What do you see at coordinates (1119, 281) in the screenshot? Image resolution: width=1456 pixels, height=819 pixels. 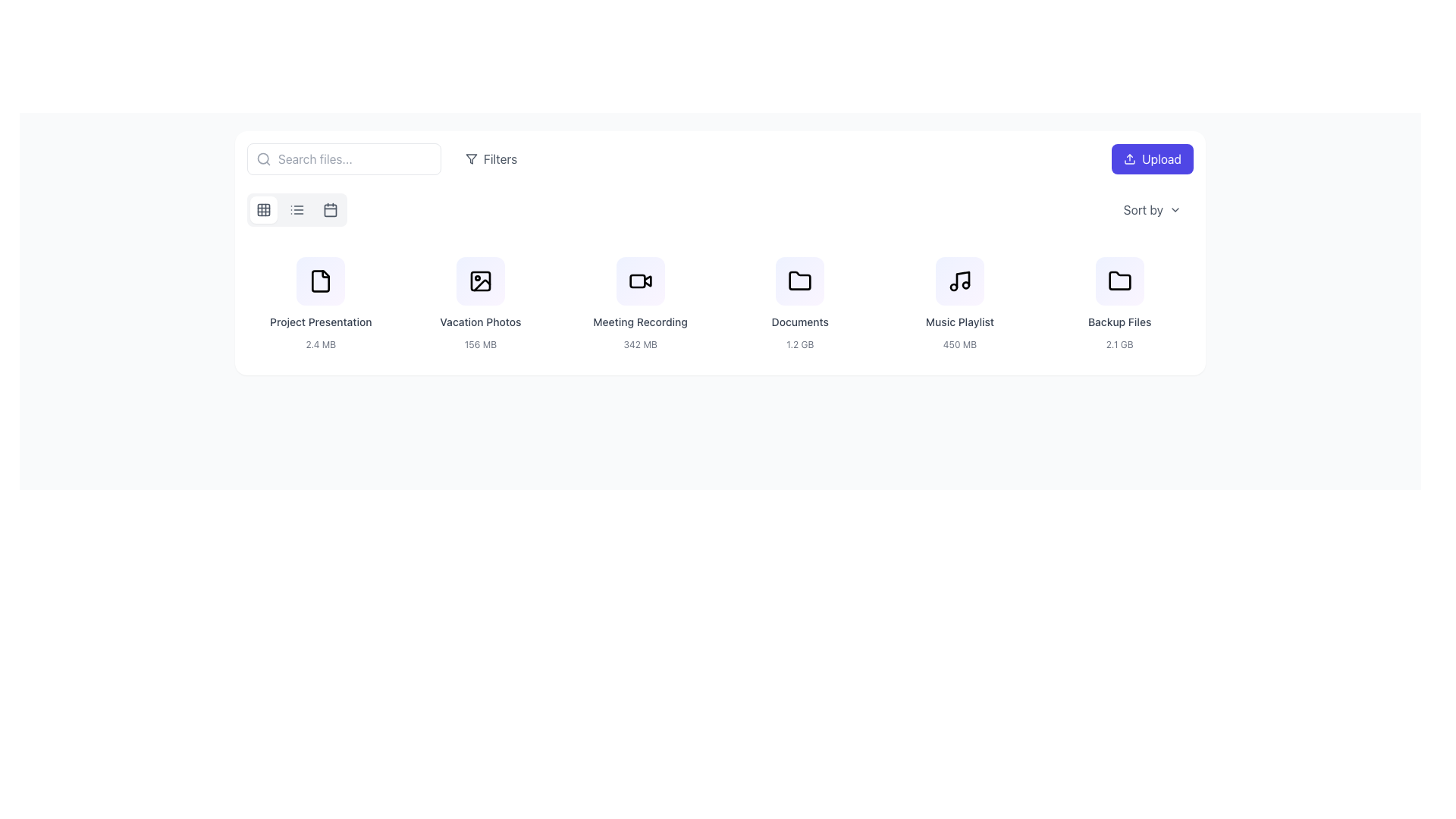 I see `the folder icon in the 'Backup Files' section` at bounding box center [1119, 281].